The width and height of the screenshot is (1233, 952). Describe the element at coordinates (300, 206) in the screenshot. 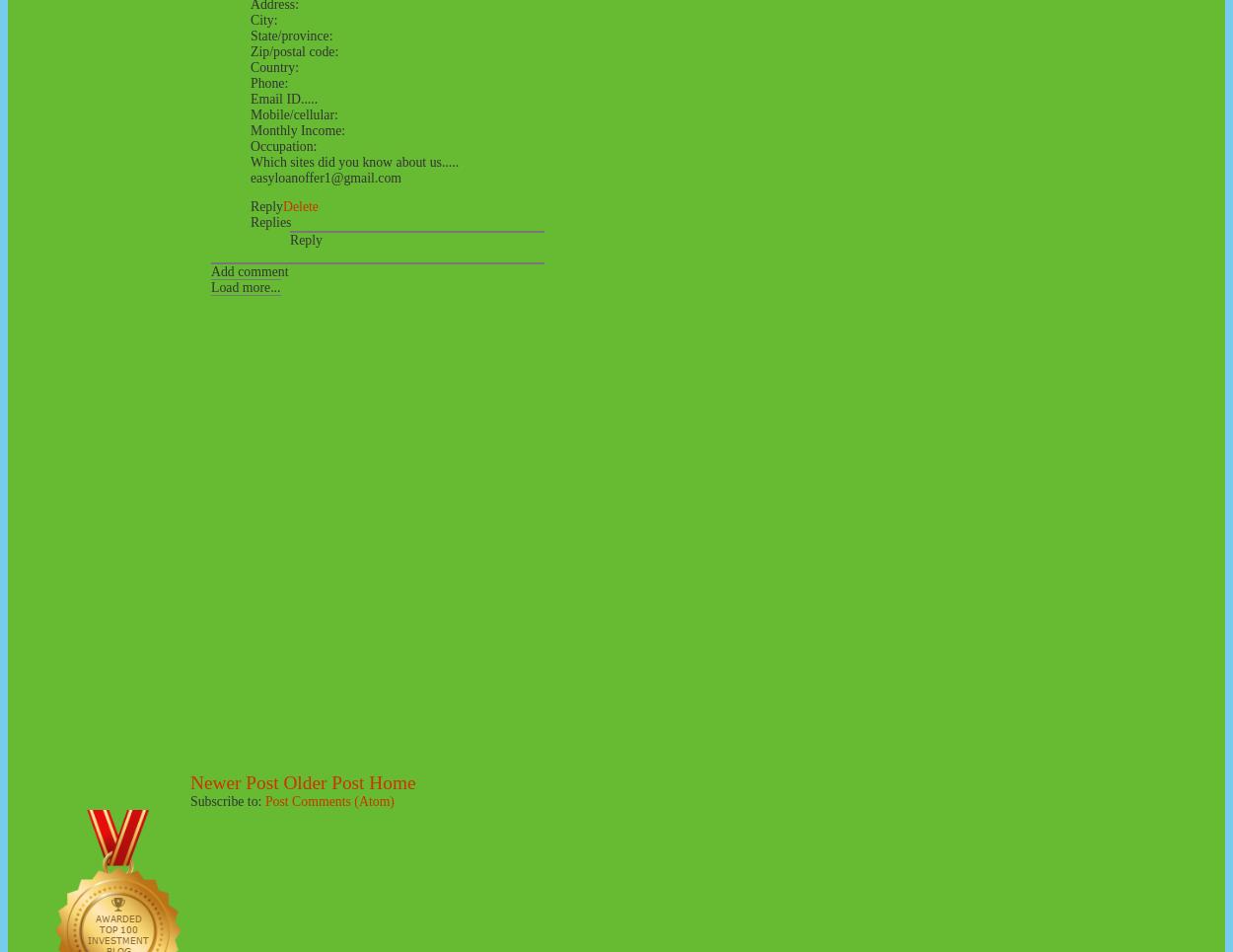

I see `'Delete'` at that location.